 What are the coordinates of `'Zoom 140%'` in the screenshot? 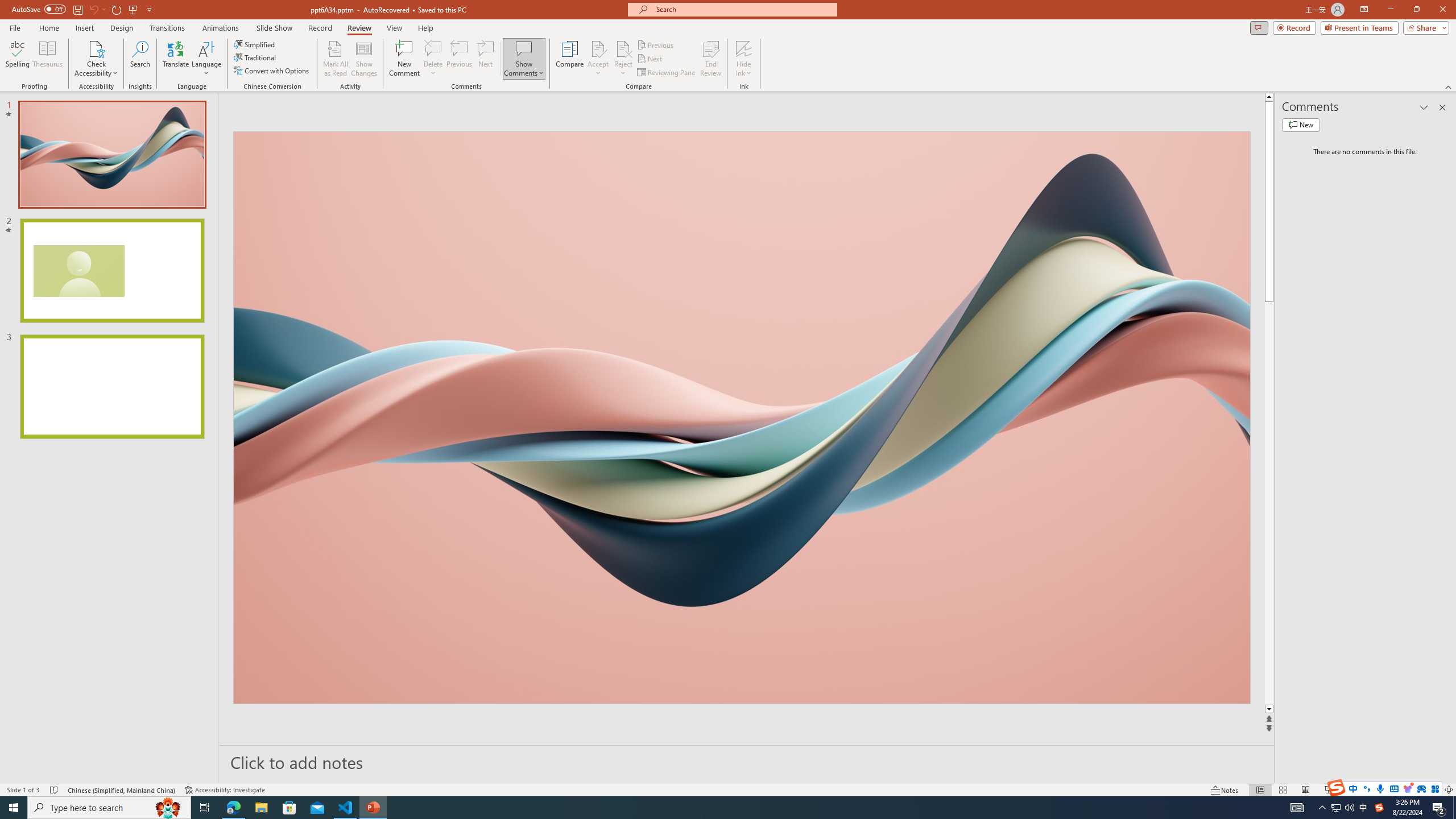 It's located at (1430, 790).